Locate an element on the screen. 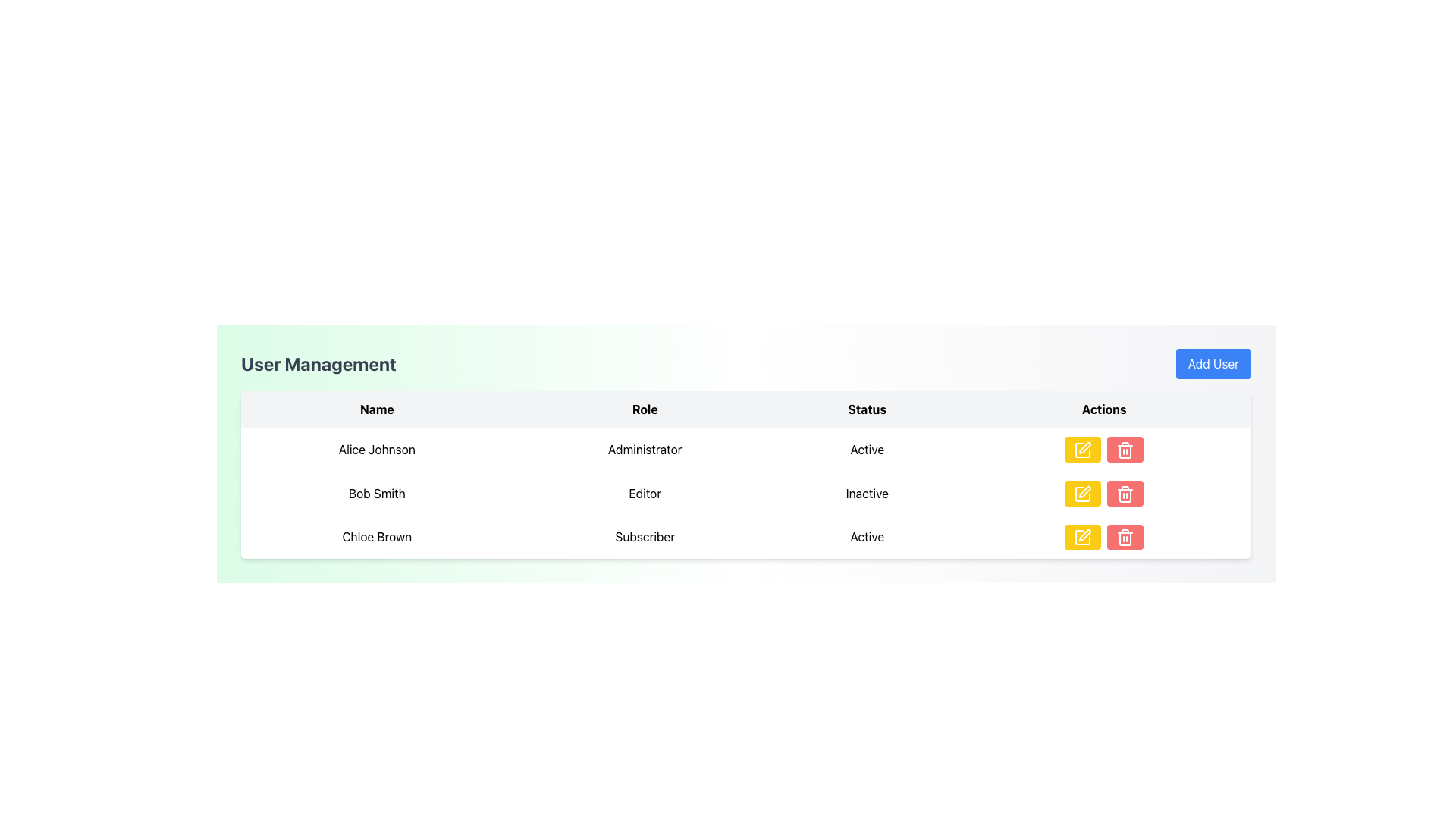  text content of the label displaying 'Bob Smith', which is the second item in the 'Name' column of the user management table is located at coordinates (377, 493).